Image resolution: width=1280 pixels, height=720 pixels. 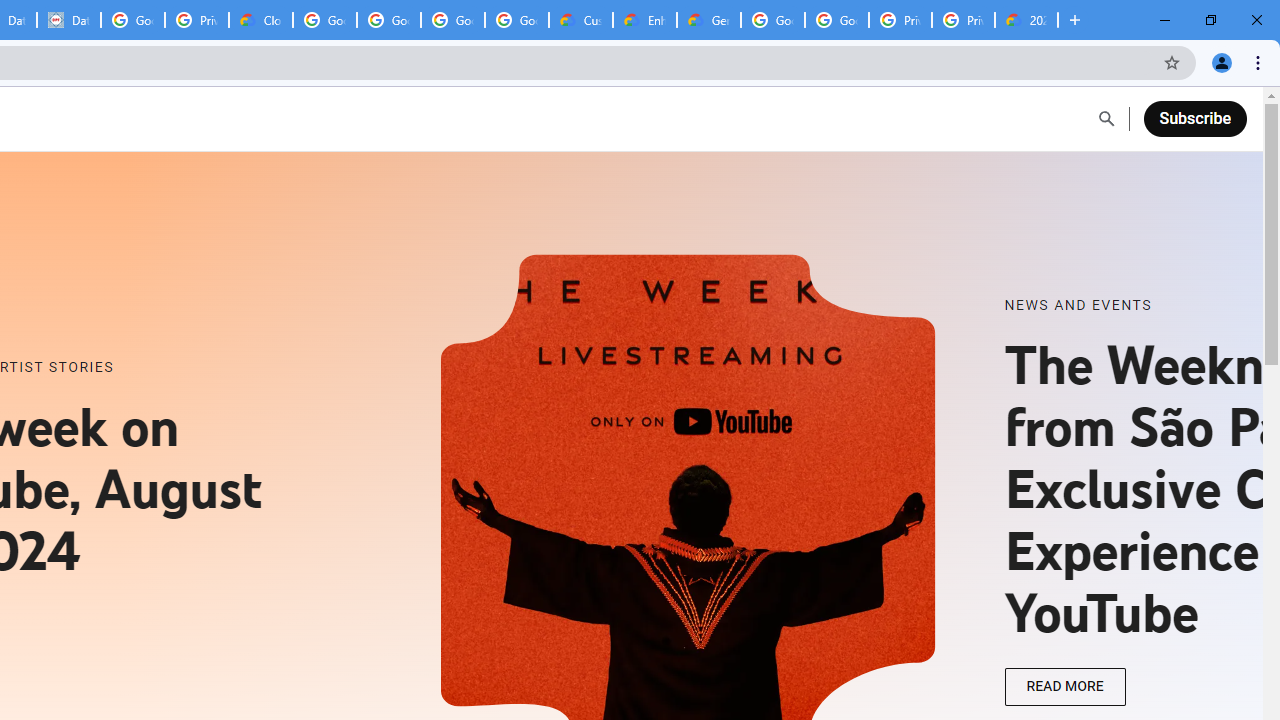 What do you see at coordinates (709, 20) in the screenshot?
I see `'Gemini for Business and Developers | Google Cloud'` at bounding box center [709, 20].